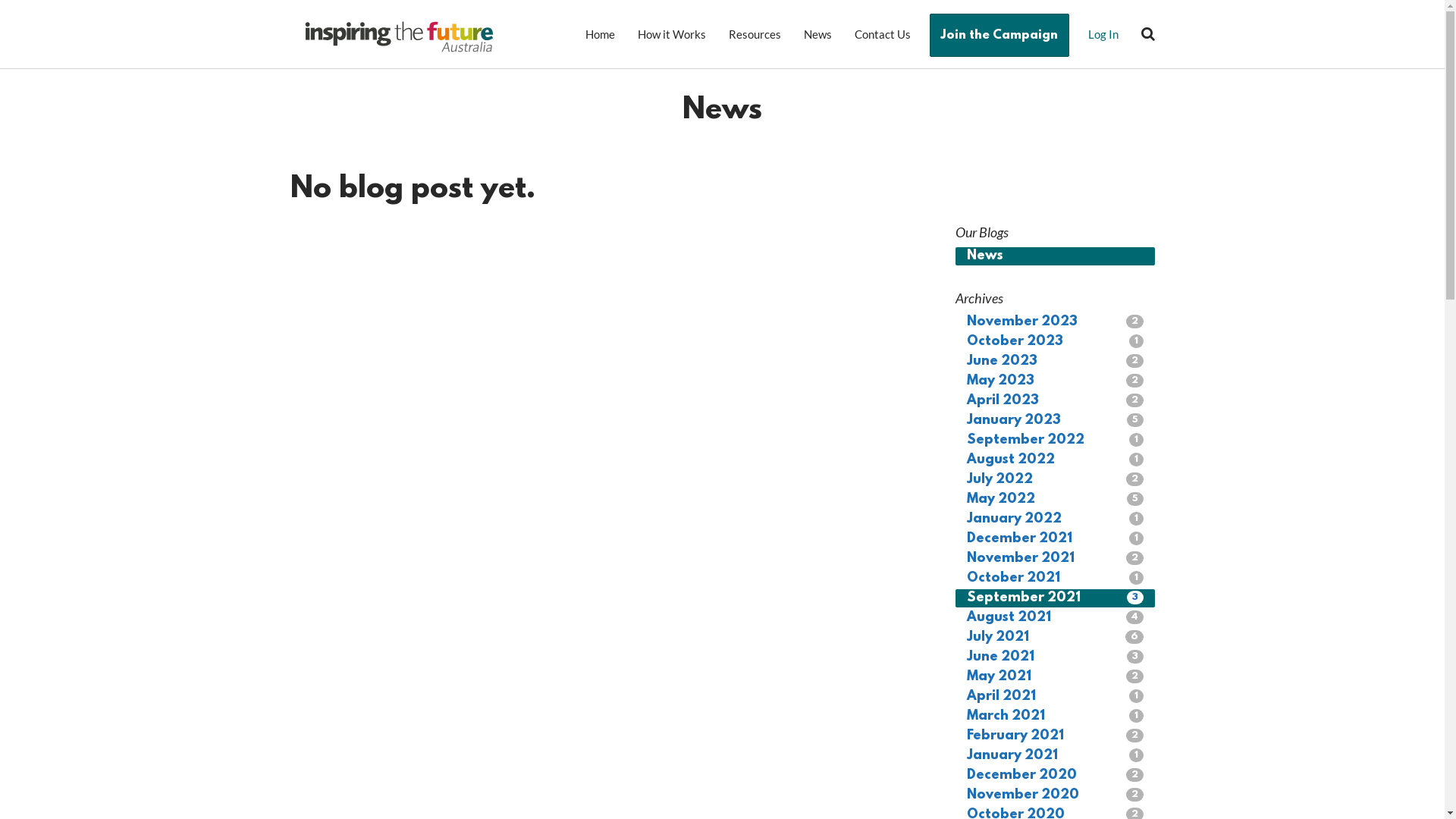  I want to click on 'October 2023, so click(1054, 342).